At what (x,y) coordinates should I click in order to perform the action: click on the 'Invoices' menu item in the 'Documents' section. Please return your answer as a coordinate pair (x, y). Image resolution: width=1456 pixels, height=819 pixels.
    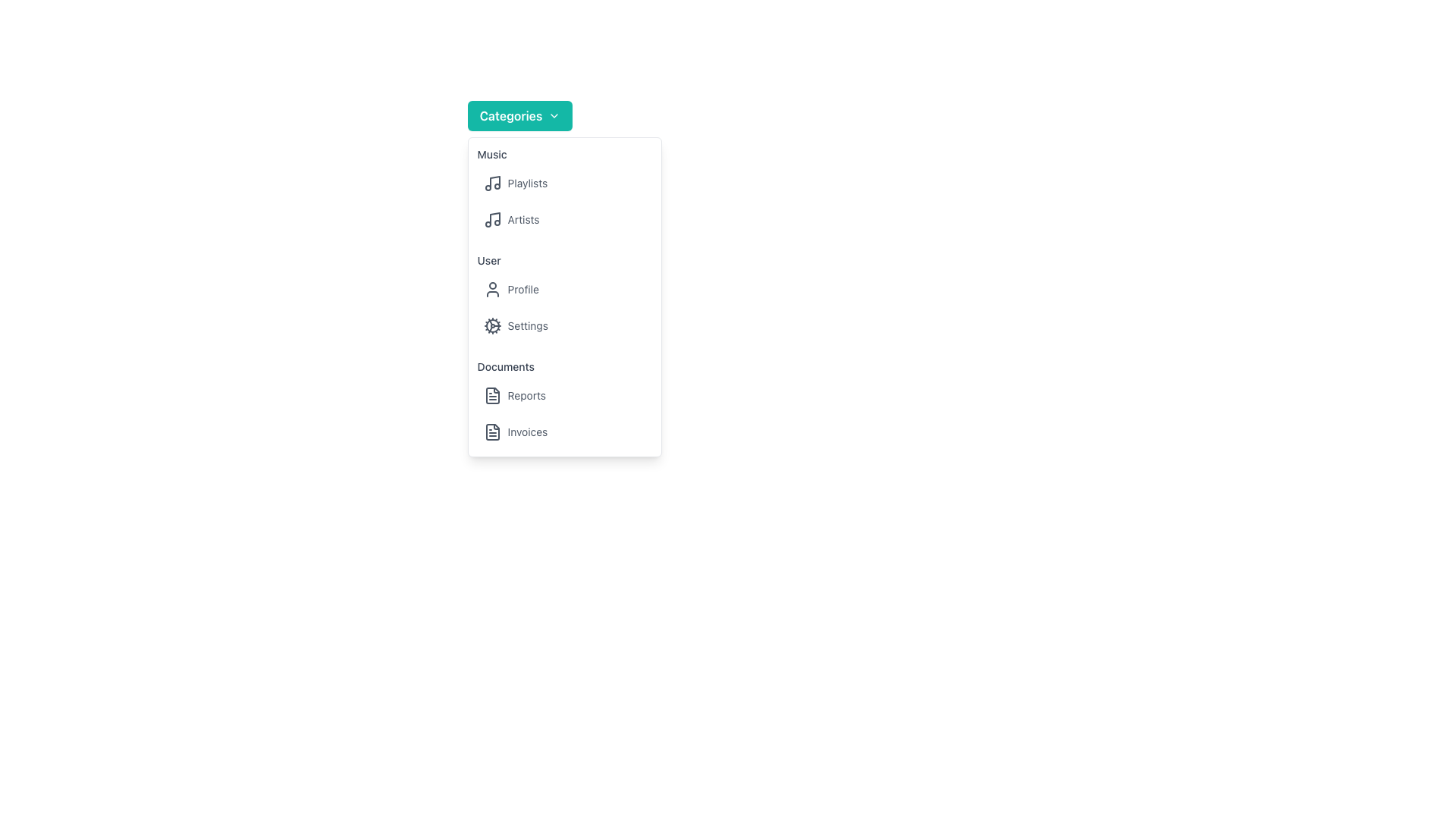
    Looking at the image, I should click on (563, 432).